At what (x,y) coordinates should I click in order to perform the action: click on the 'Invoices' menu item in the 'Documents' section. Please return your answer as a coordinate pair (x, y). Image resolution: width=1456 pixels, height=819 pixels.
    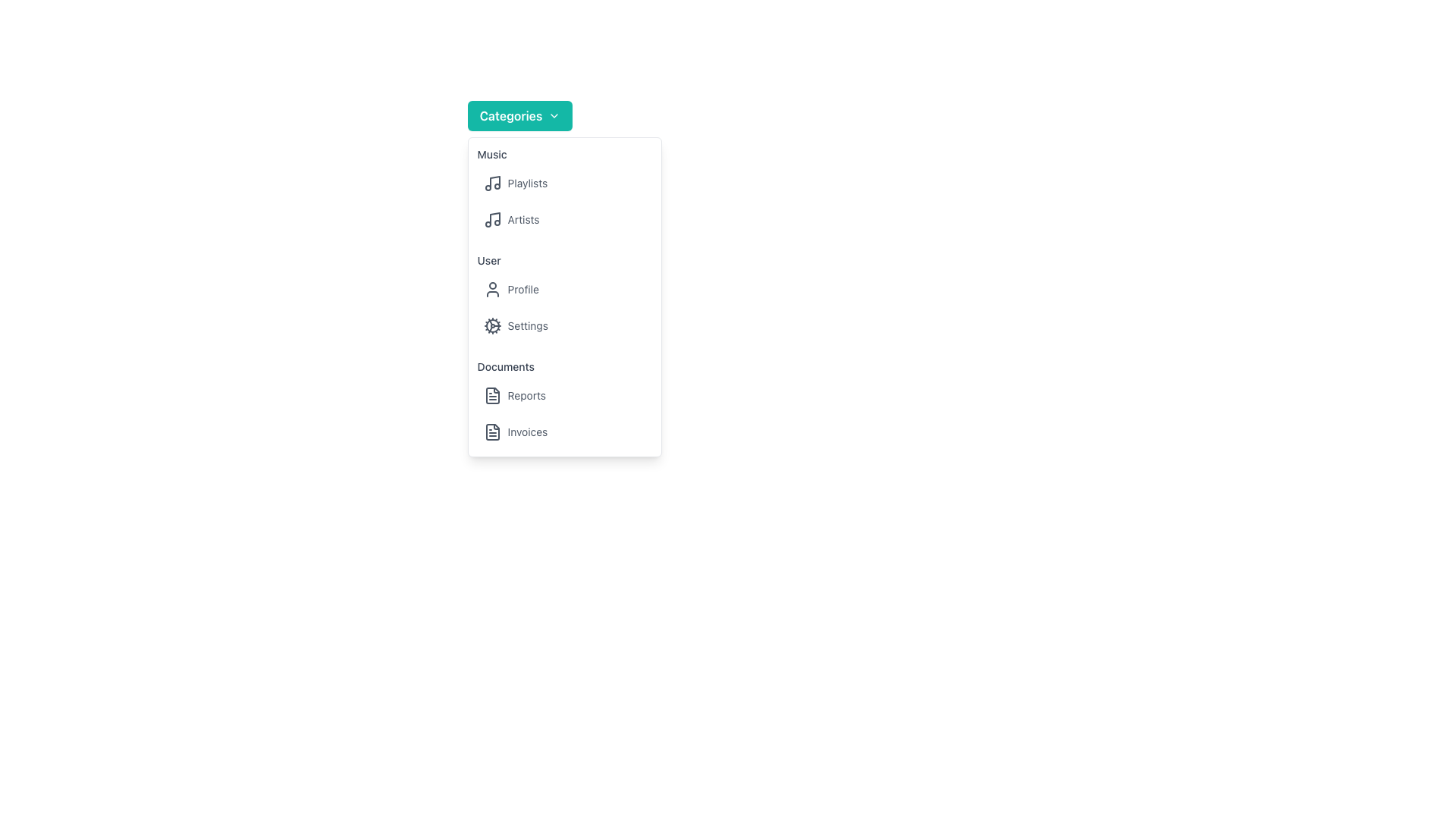
    Looking at the image, I should click on (563, 432).